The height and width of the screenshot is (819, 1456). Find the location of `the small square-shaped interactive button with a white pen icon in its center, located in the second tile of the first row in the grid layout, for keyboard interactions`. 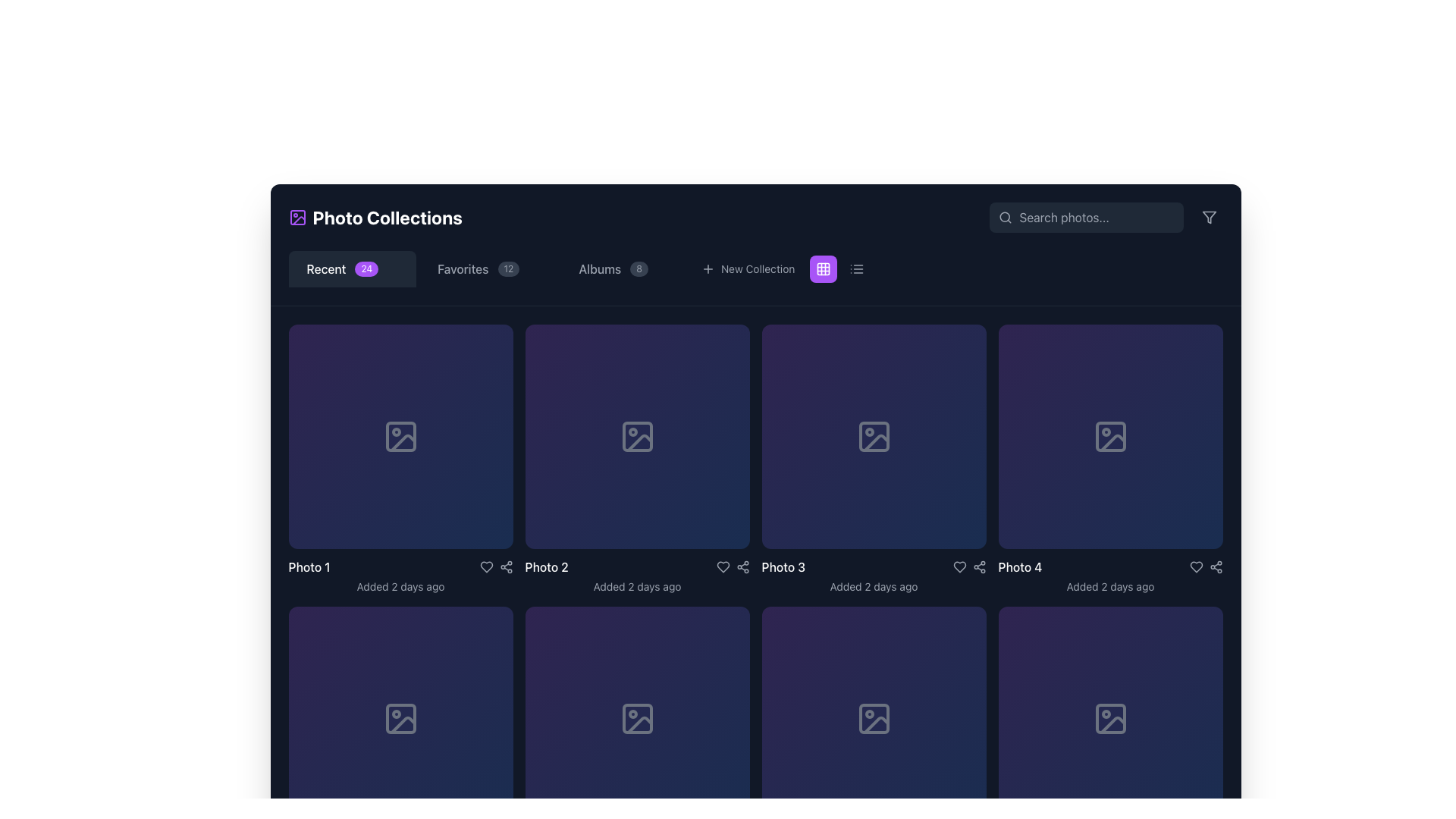

the small square-shaped interactive button with a white pen icon in its center, located in the second tile of the first row in the grid layout, for keyboard interactions is located at coordinates (603, 436).